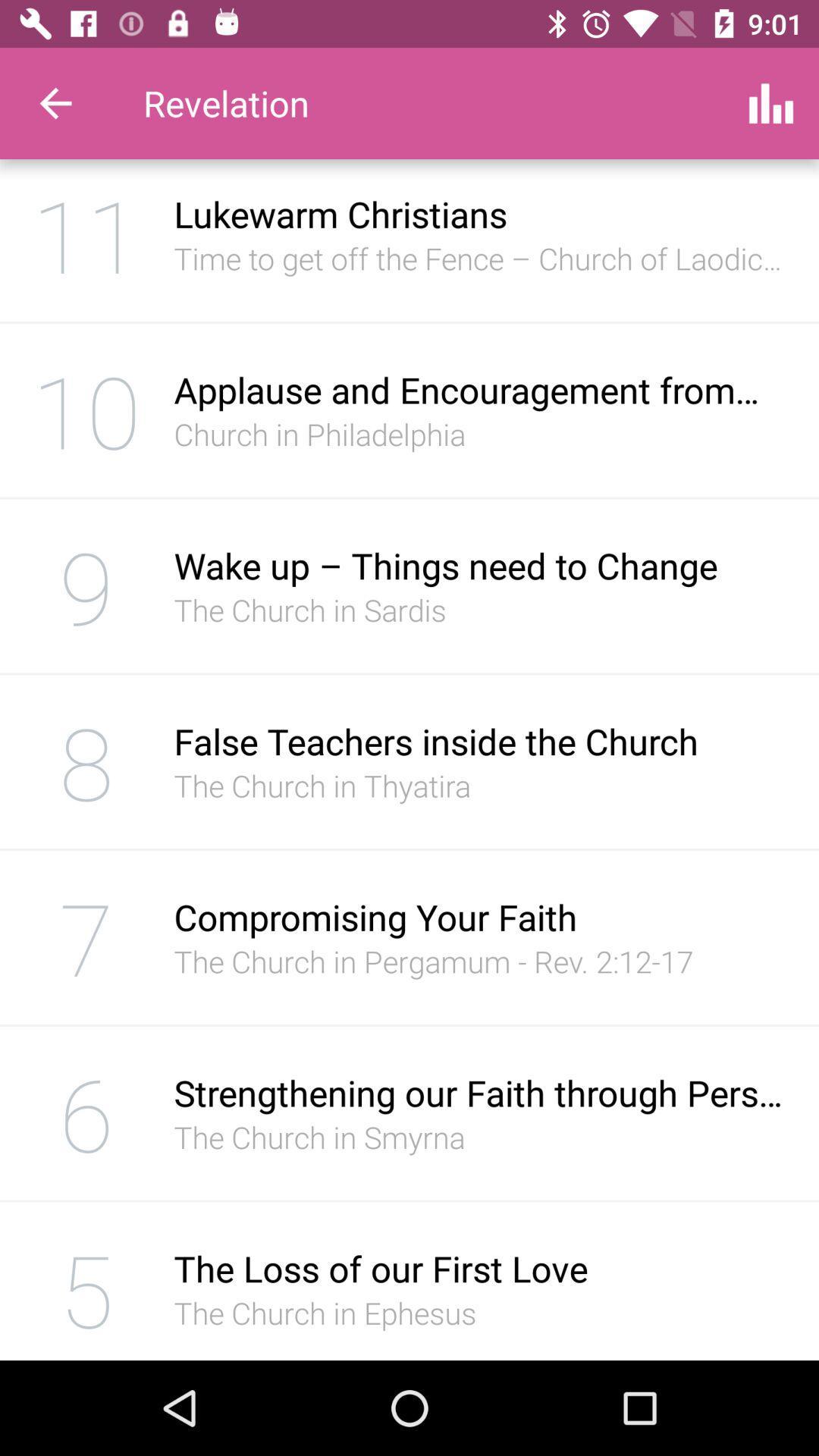 The width and height of the screenshot is (819, 1456). What do you see at coordinates (480, 258) in the screenshot?
I see `item to the right of the 11 icon` at bounding box center [480, 258].